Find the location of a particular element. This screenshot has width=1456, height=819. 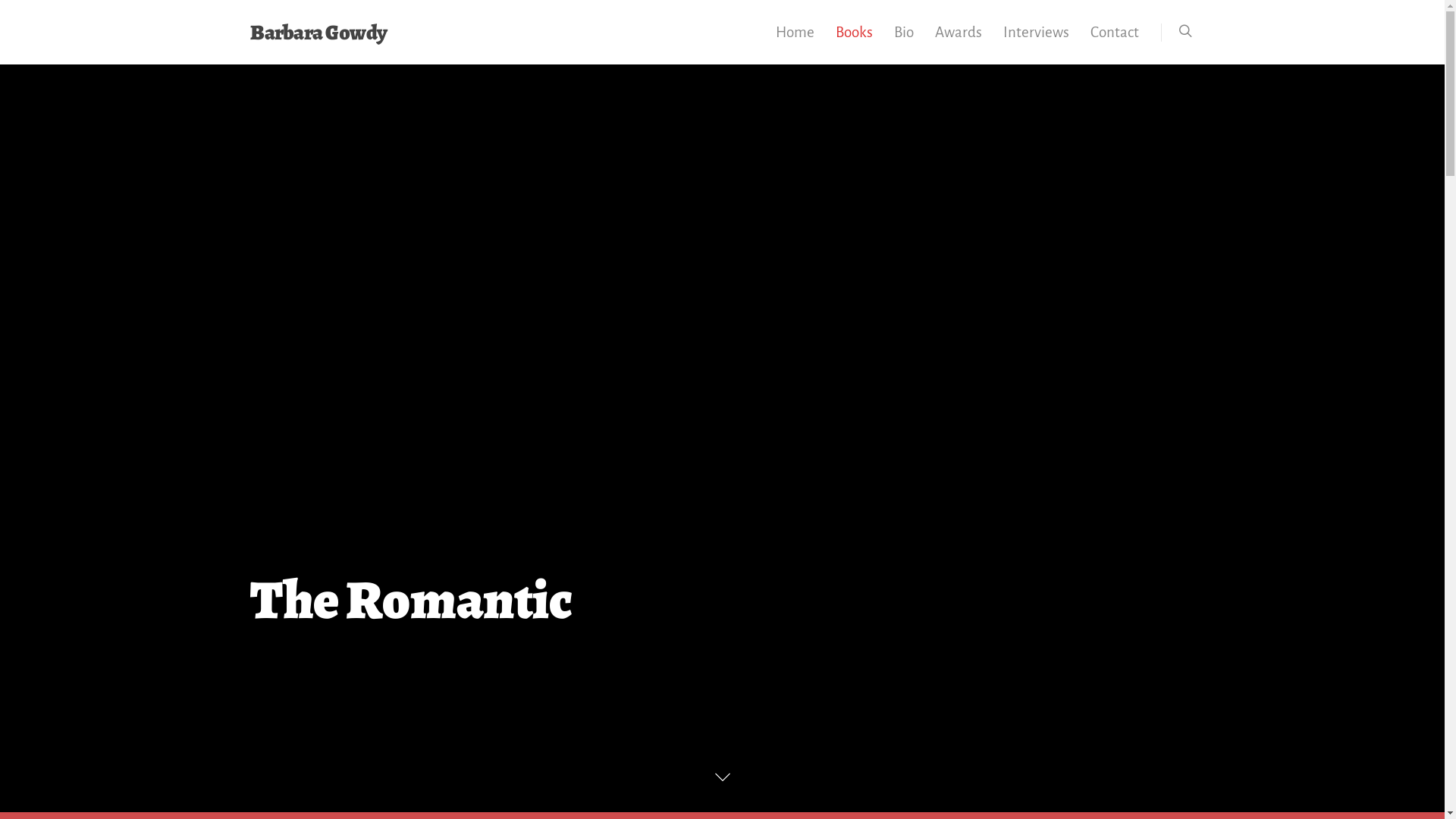

'Home' is located at coordinates (765, 42).